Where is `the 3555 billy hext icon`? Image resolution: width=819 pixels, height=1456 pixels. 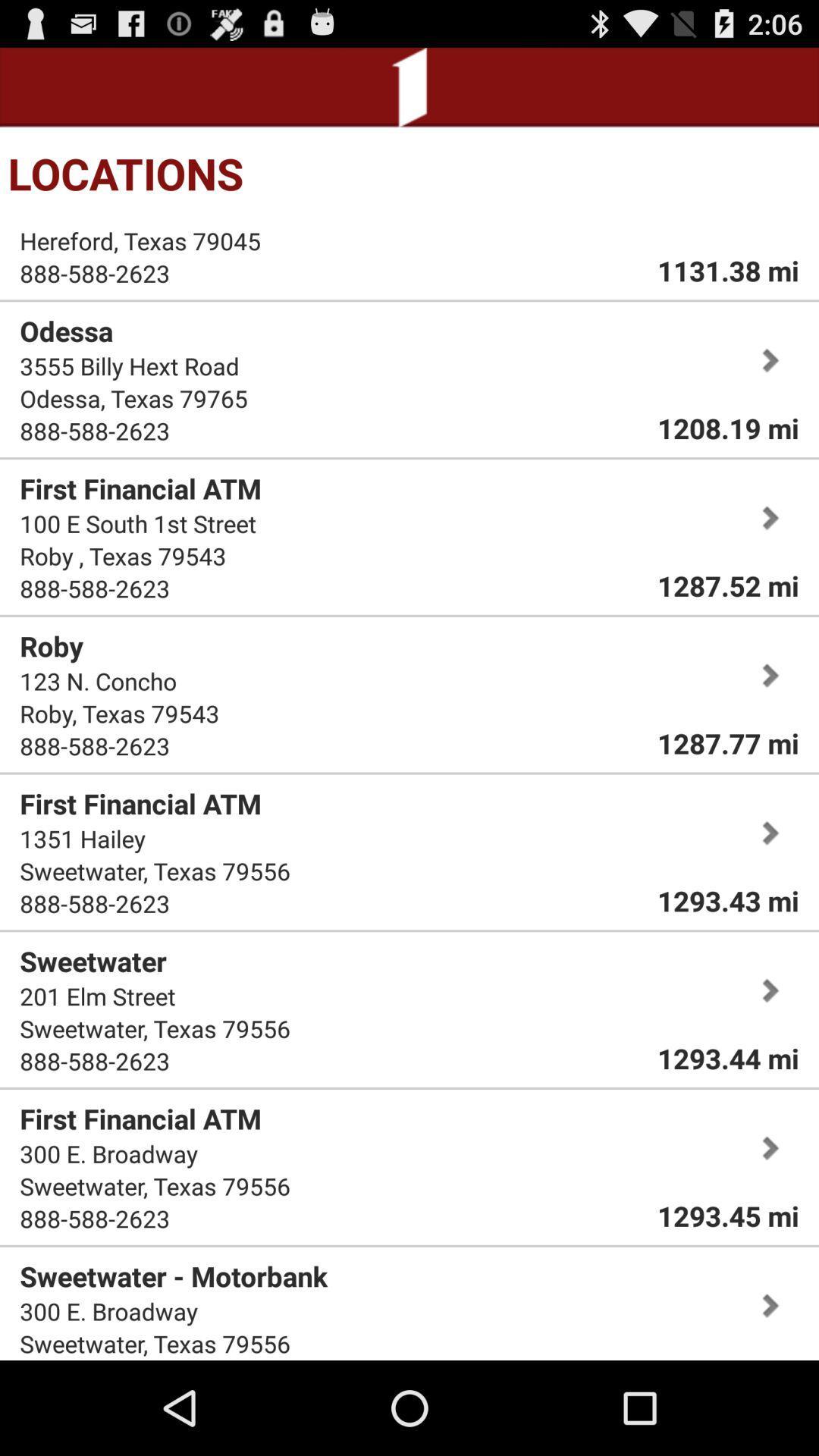 the 3555 billy hext icon is located at coordinates (128, 366).